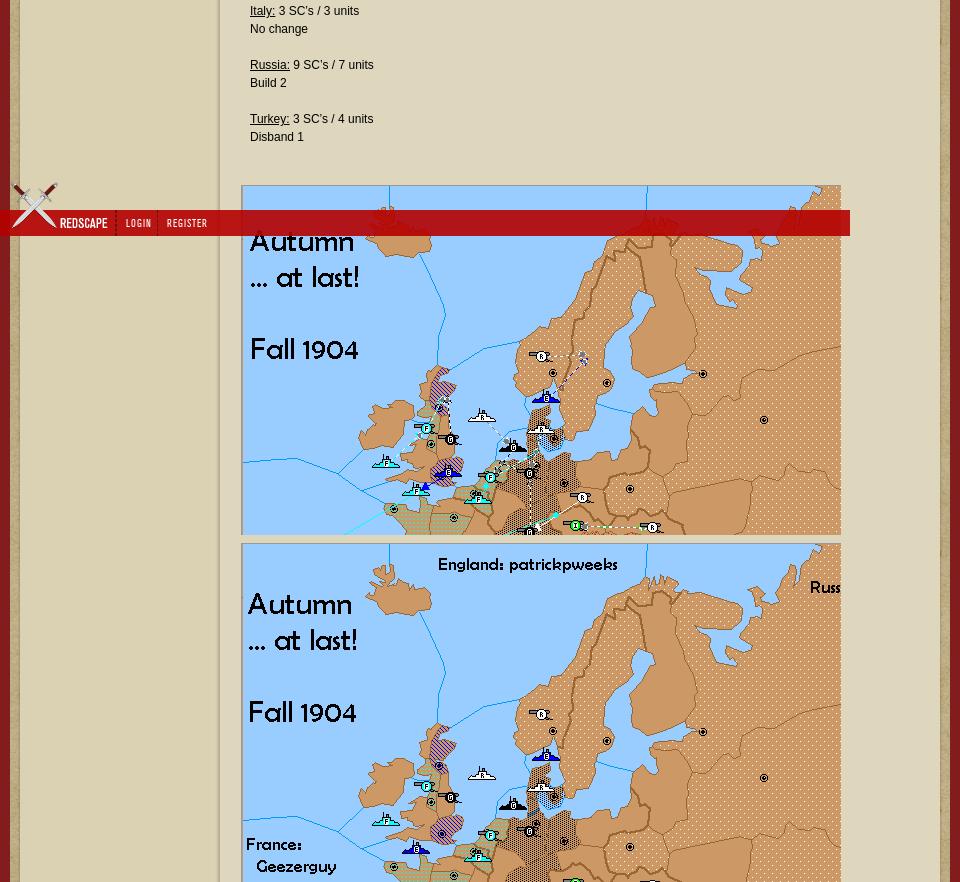  What do you see at coordinates (268, 65) in the screenshot?
I see `'Russia:'` at bounding box center [268, 65].